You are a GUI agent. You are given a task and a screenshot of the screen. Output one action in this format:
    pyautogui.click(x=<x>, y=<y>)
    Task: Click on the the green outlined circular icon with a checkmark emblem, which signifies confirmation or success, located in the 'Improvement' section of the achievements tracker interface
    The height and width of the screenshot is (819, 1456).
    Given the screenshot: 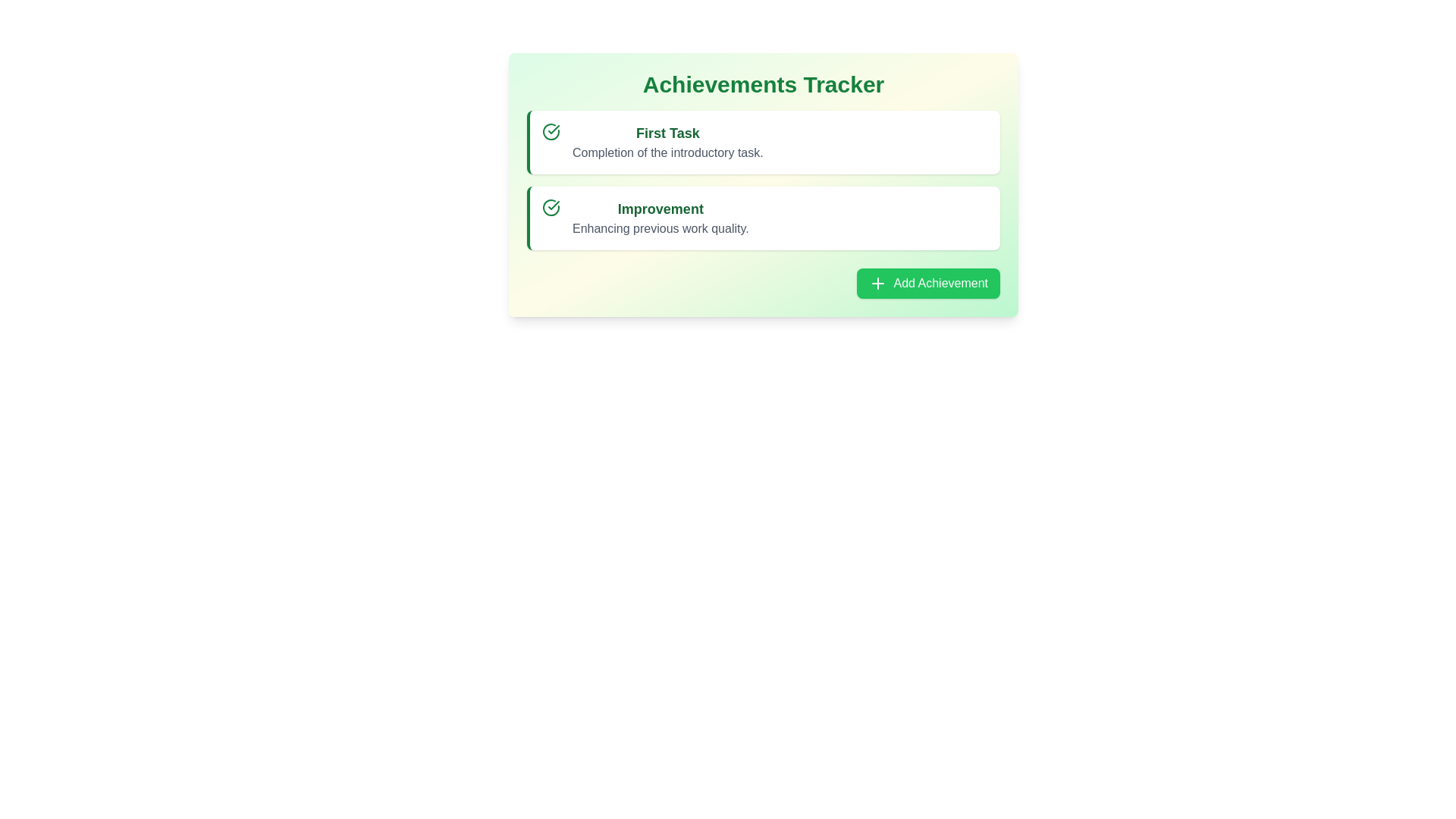 What is the action you would take?
    pyautogui.click(x=550, y=130)
    